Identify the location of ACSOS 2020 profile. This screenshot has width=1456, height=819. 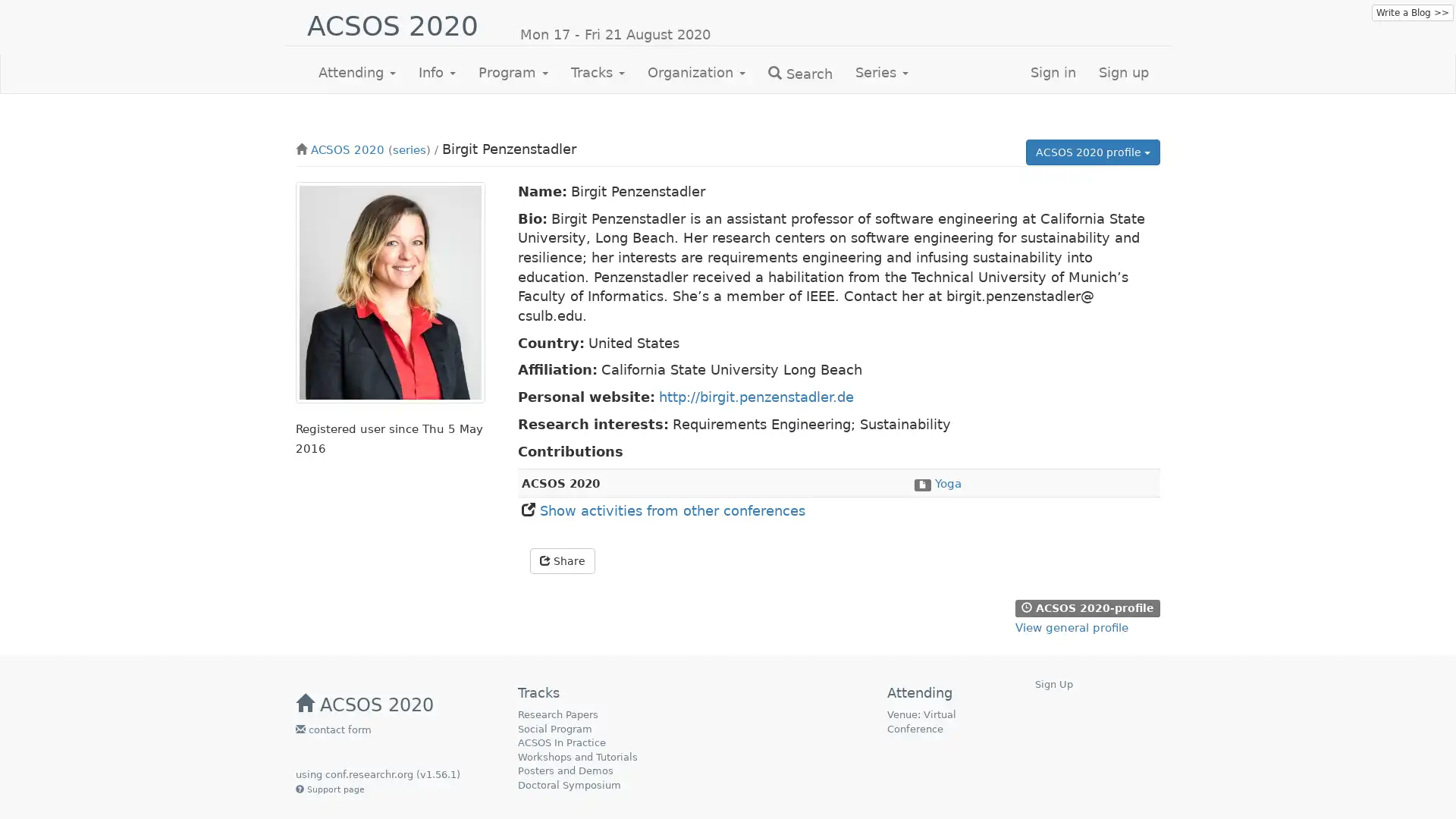
(1093, 152).